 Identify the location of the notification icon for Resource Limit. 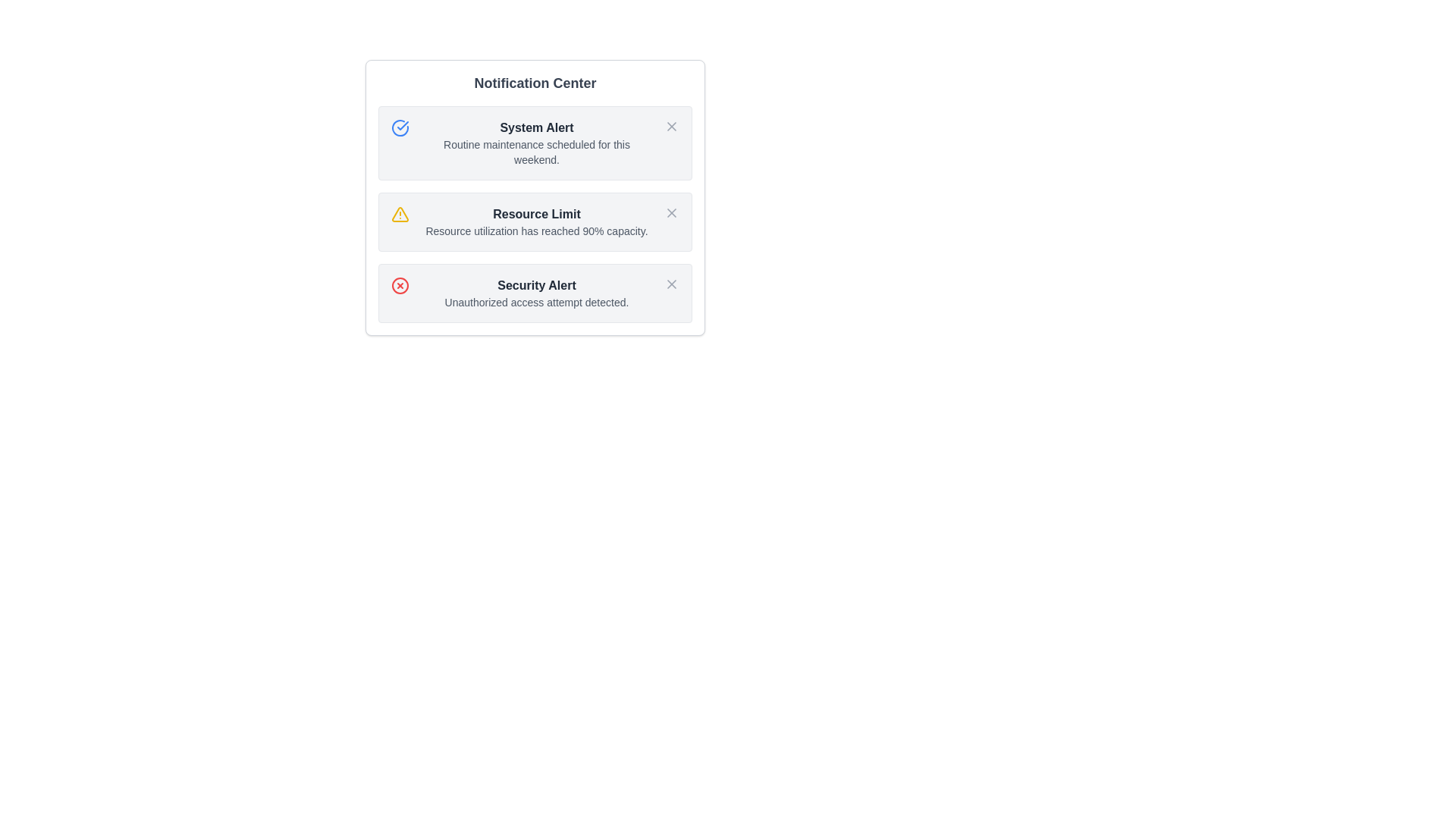
(400, 214).